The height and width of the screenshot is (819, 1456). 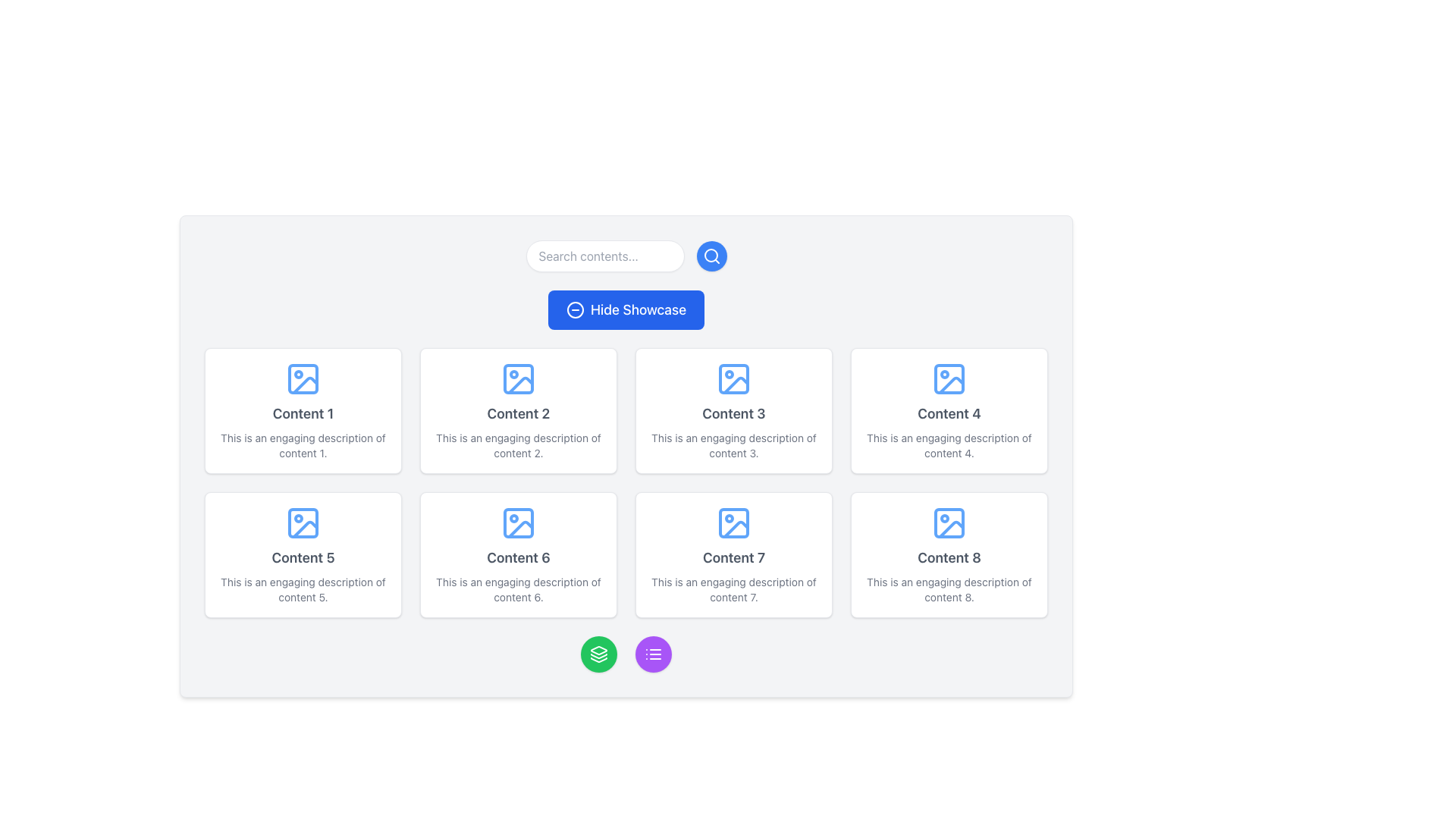 What do you see at coordinates (303, 378) in the screenshot?
I see `the icon located in the top-left content box, positioned above the bold text 'Content 1'` at bounding box center [303, 378].